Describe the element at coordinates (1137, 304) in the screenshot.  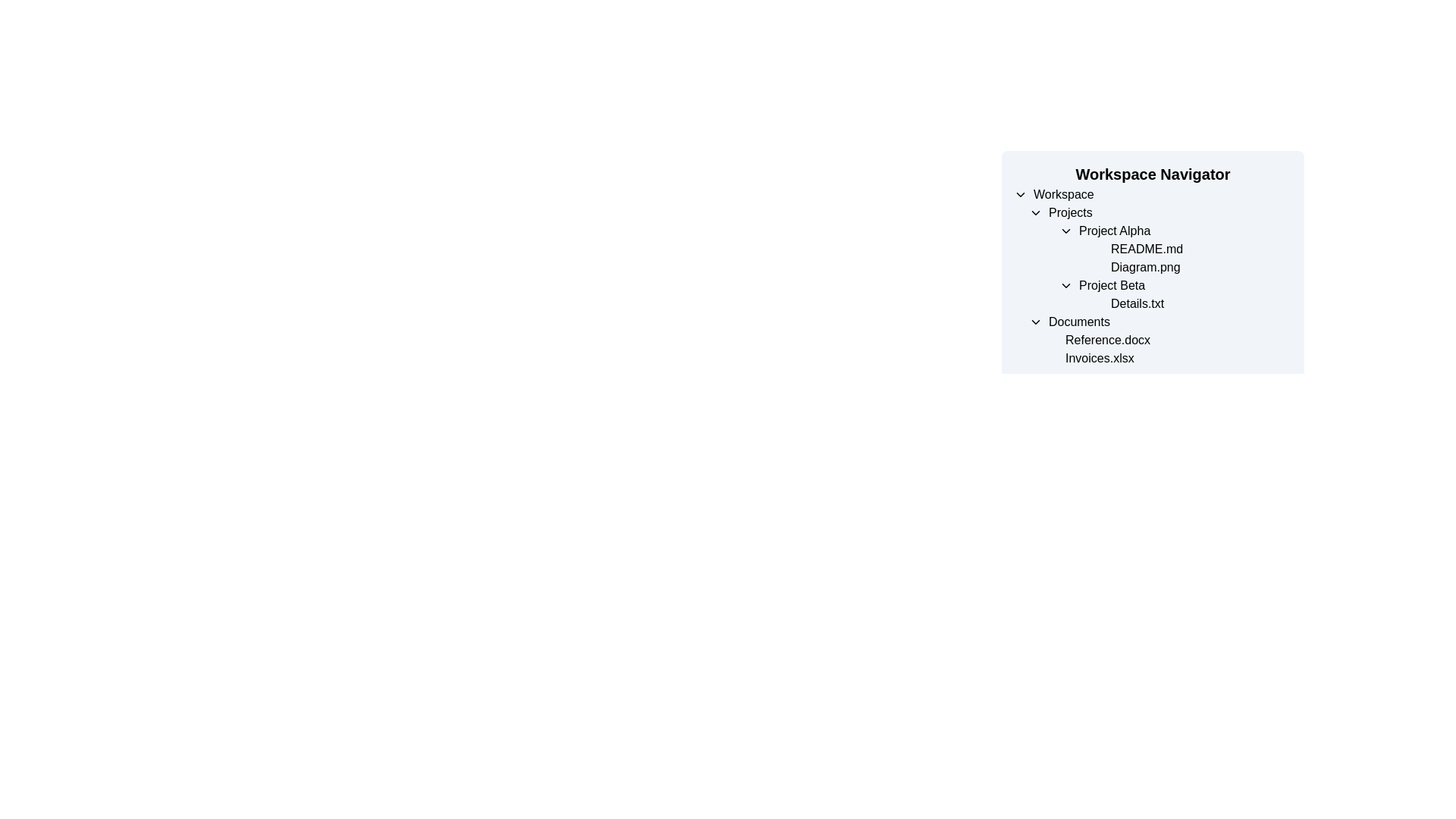
I see `the text label displaying the file name 'Details.txt' located within the 'Project Beta' folder in the Workspace Navigator` at that location.